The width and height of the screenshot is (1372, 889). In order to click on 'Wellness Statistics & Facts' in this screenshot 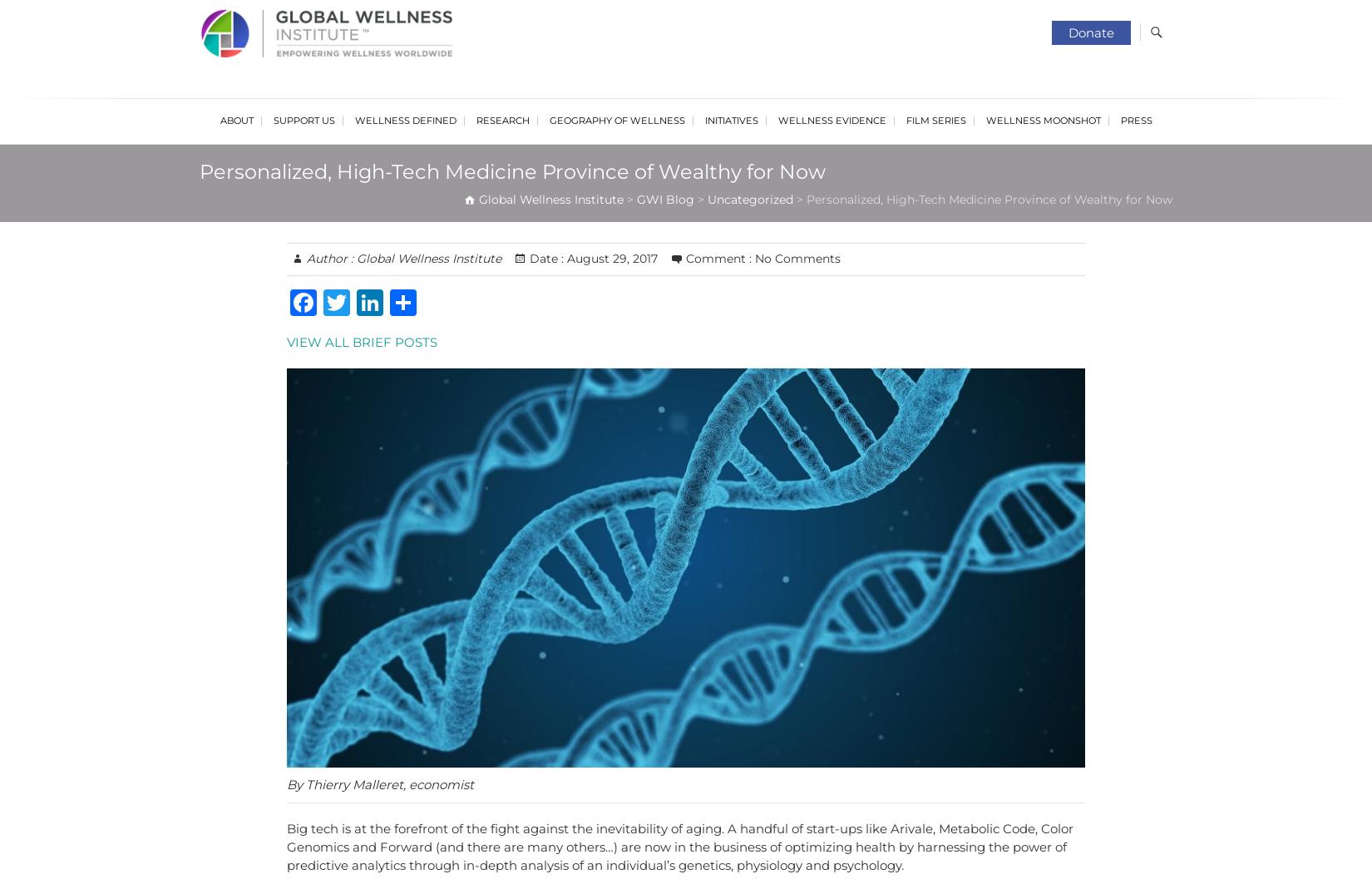, I will do `click(535, 326)`.